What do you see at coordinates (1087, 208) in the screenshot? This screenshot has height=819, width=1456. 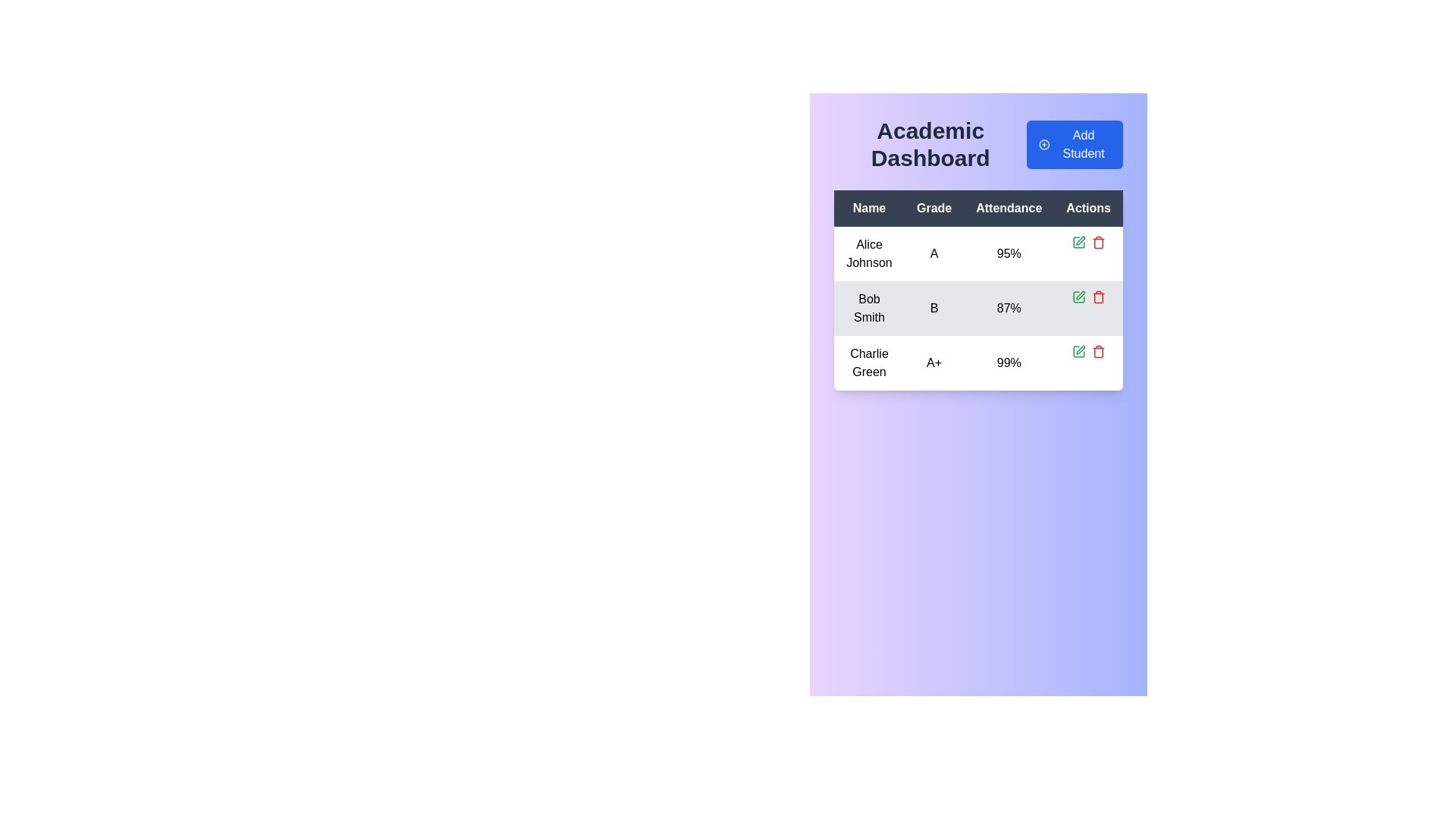 I see `the header labeled 'Actions', which is the fourth header in a table with a dark background and white bold text, positioned to the right of 'Attendance'` at bounding box center [1087, 208].